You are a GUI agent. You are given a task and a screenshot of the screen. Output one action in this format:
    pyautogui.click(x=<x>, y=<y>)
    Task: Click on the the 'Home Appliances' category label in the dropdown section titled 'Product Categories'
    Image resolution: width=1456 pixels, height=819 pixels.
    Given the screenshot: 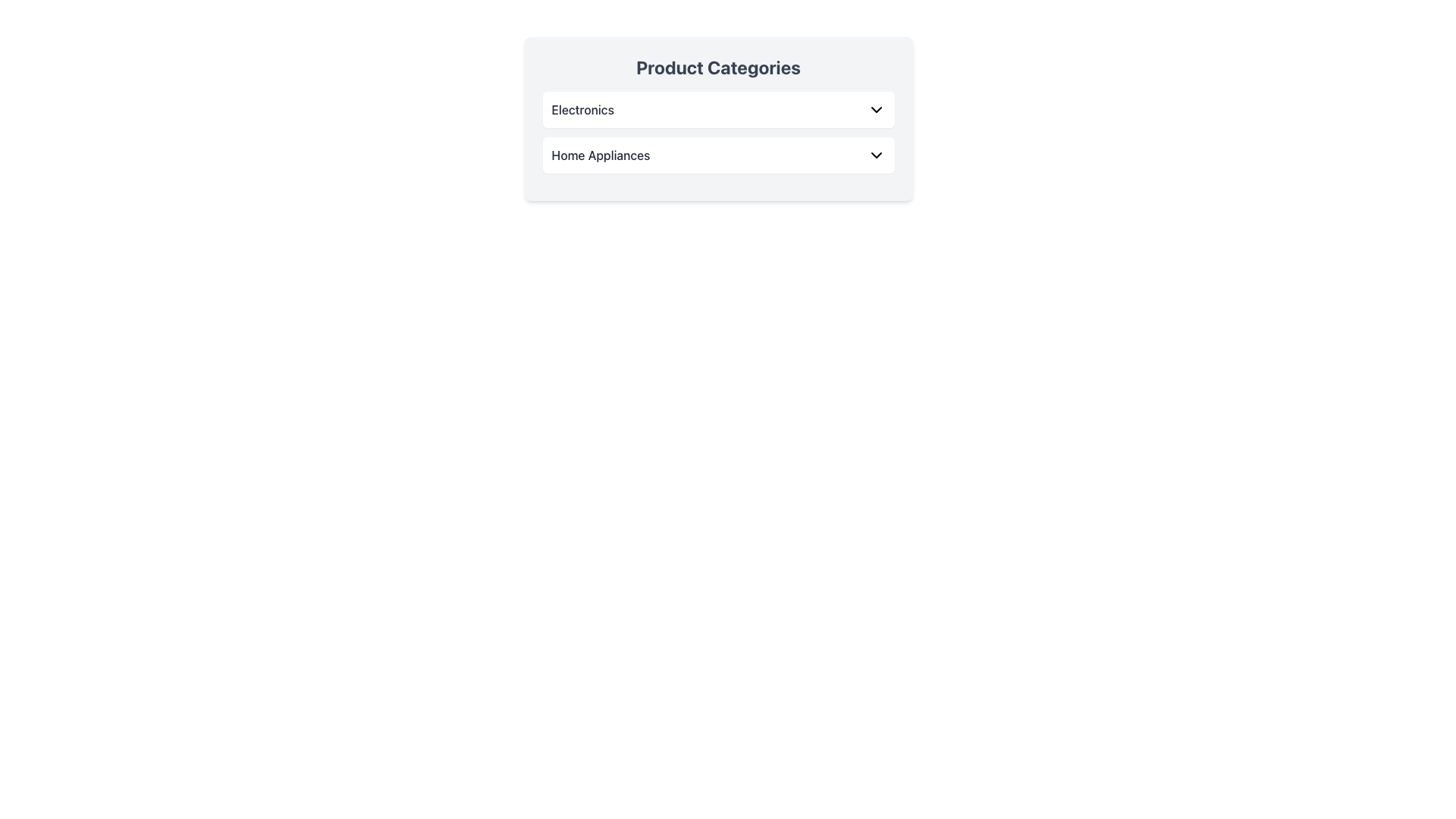 What is the action you would take?
    pyautogui.click(x=600, y=155)
    